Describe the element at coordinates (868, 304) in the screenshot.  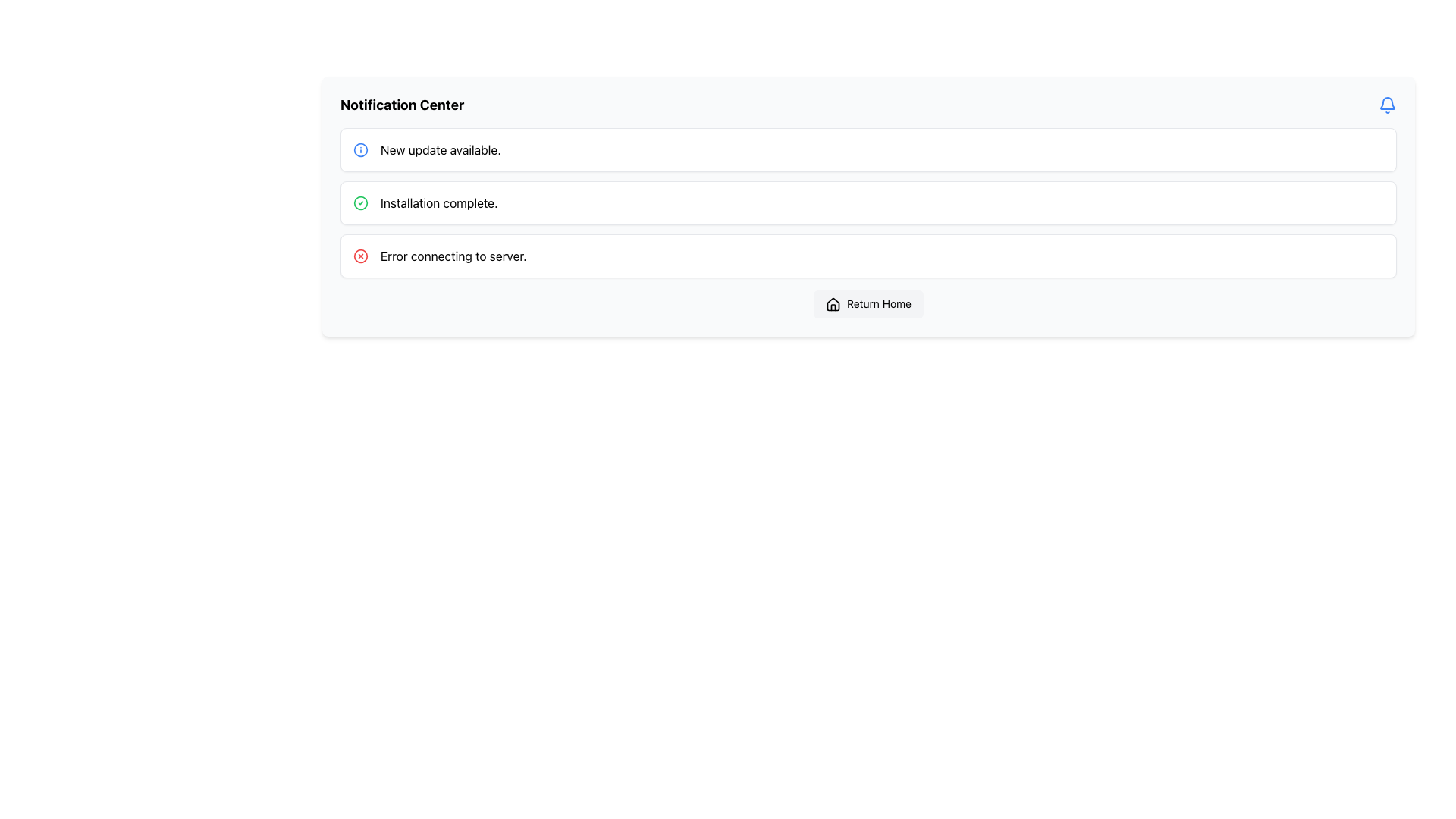
I see `the interactive button located at the center of the main notification card` at that location.